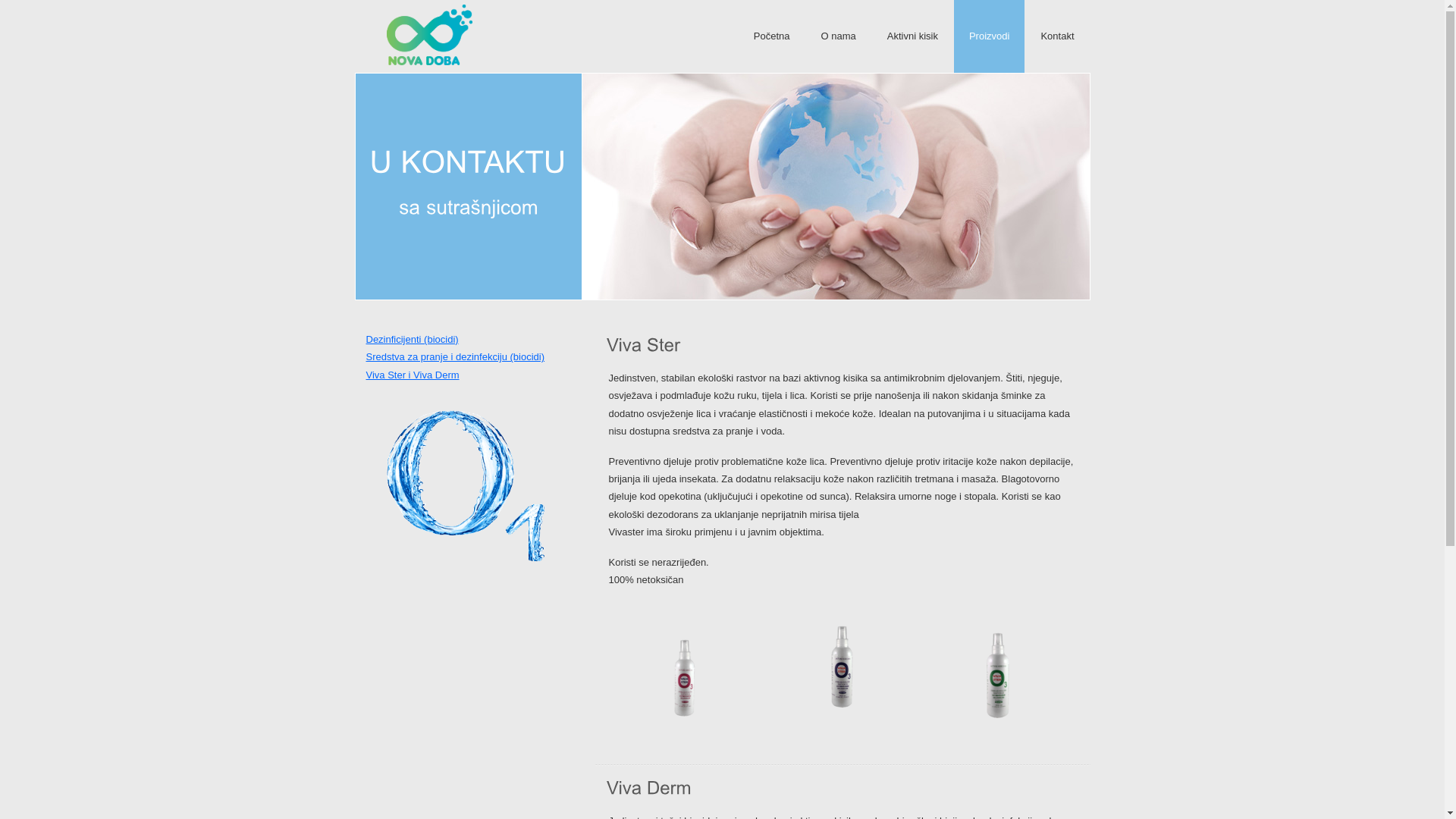 The image size is (1456, 819). Describe the element at coordinates (454, 356) in the screenshot. I see `'Sredstva za pranje i dezinfekciju (biocidi)'` at that location.